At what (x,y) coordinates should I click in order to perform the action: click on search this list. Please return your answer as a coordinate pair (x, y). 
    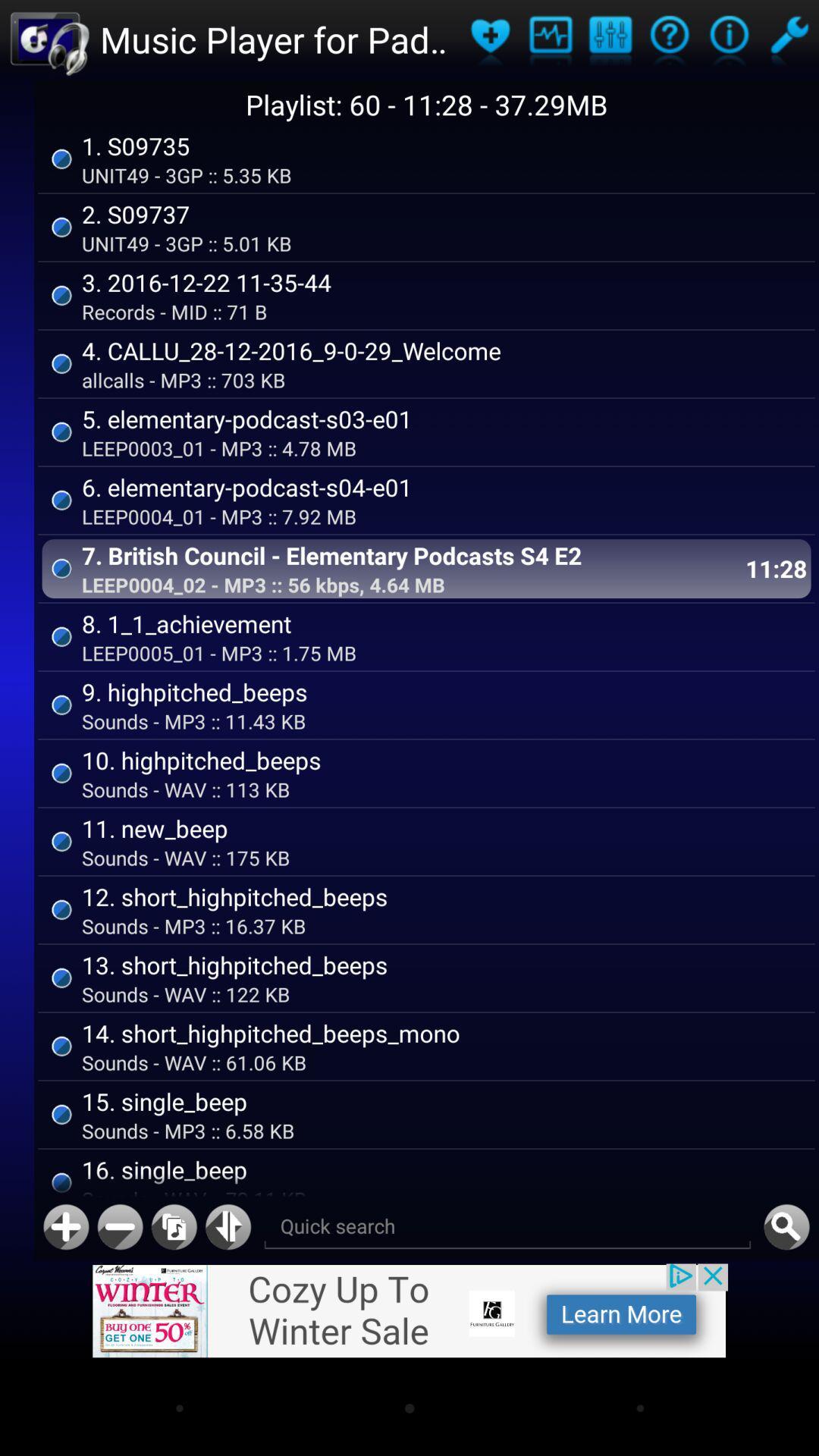
    Looking at the image, I should click on (786, 1227).